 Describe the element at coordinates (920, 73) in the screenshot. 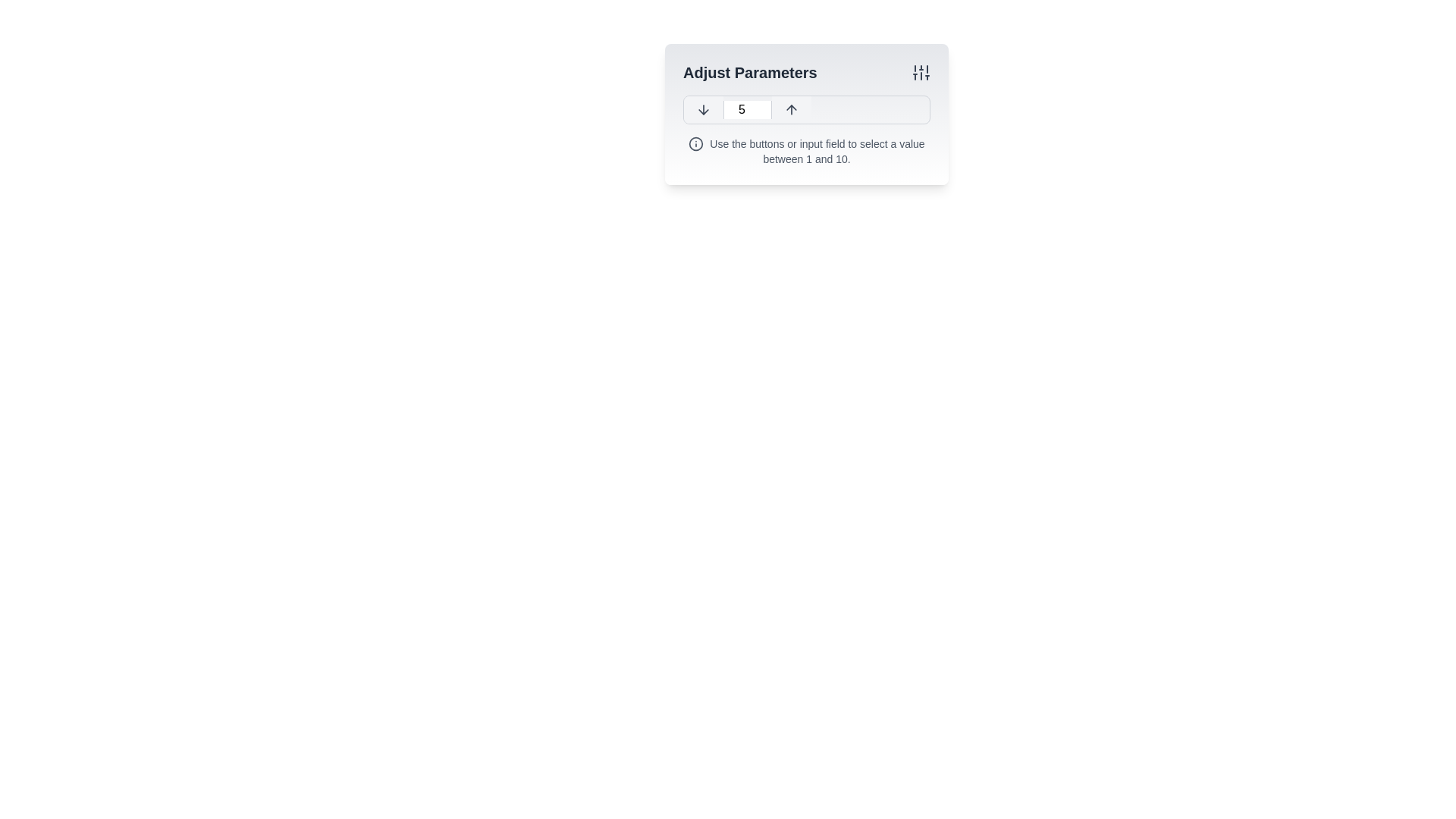

I see `the vertical sliders icon located in the top-right corner of the 'Adjust Parameters' section, adjacent to the text heading 'Adjust Parameters'` at that location.